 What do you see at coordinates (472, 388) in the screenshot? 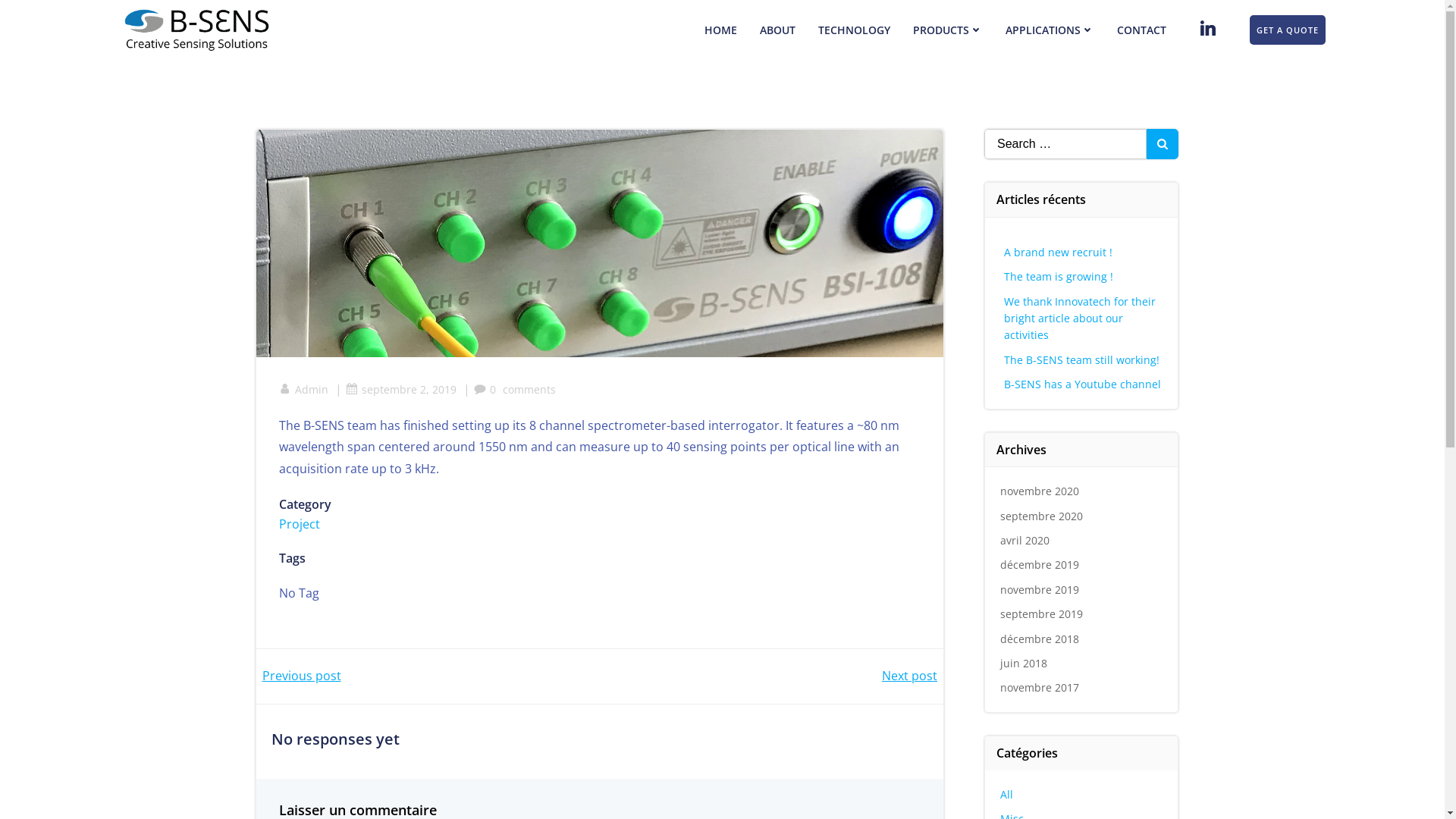
I see `'0'` at bounding box center [472, 388].